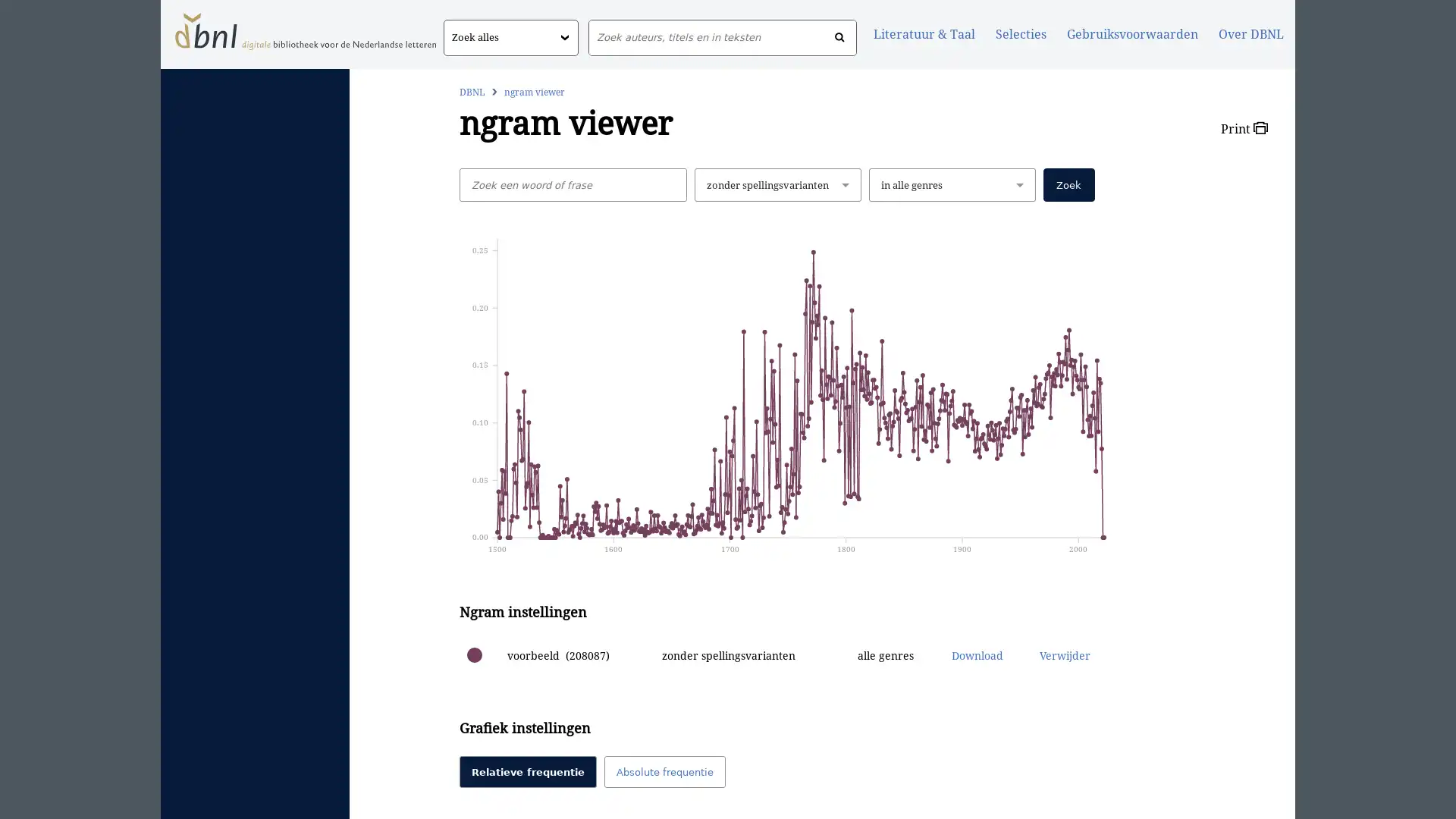  I want to click on Absolute frequentie, so click(664, 772).